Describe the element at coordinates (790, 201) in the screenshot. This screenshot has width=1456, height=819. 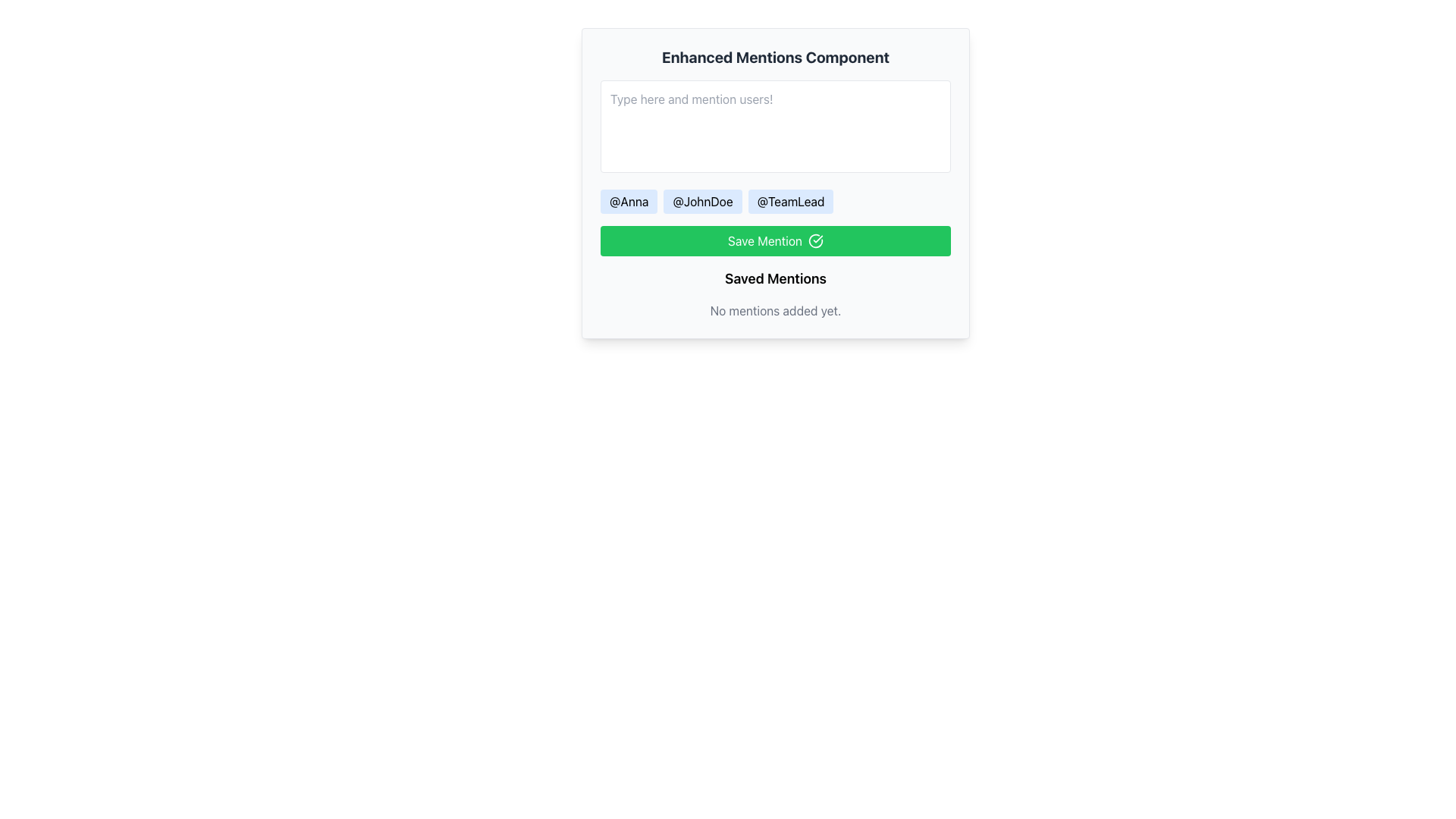
I see `the clickable tag for 'TeamLead' using keyboard navigation` at that location.